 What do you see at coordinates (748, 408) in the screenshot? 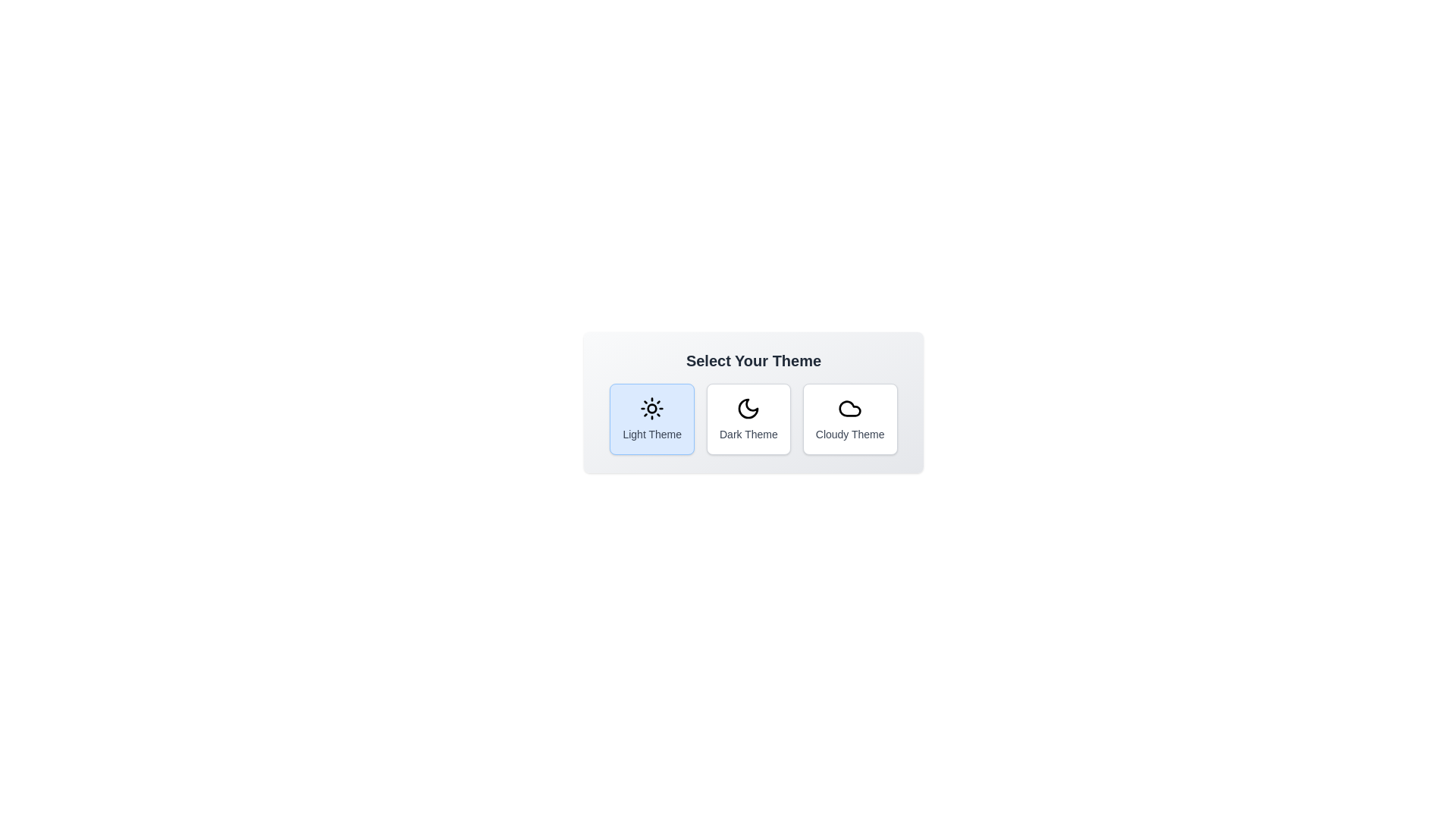
I see `the 'Dark Theme' icon for keyboard navigation` at bounding box center [748, 408].